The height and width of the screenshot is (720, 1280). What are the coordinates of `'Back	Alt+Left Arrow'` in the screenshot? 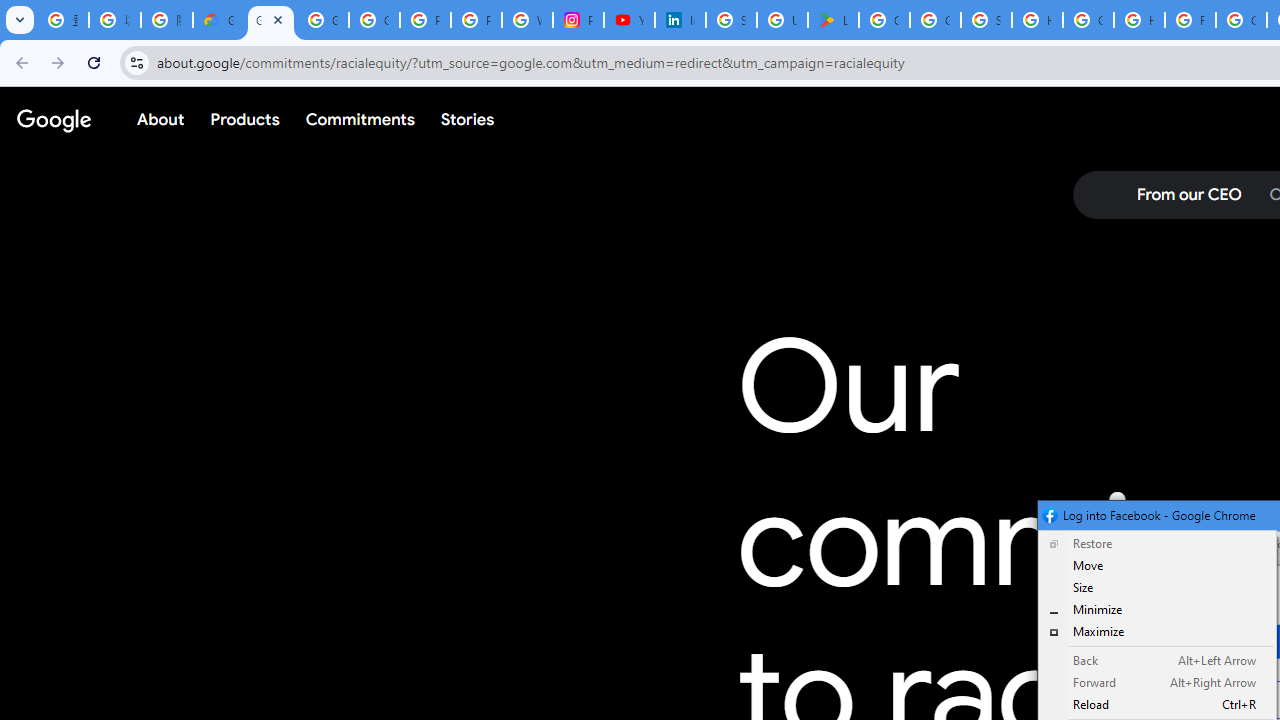 It's located at (1157, 660).